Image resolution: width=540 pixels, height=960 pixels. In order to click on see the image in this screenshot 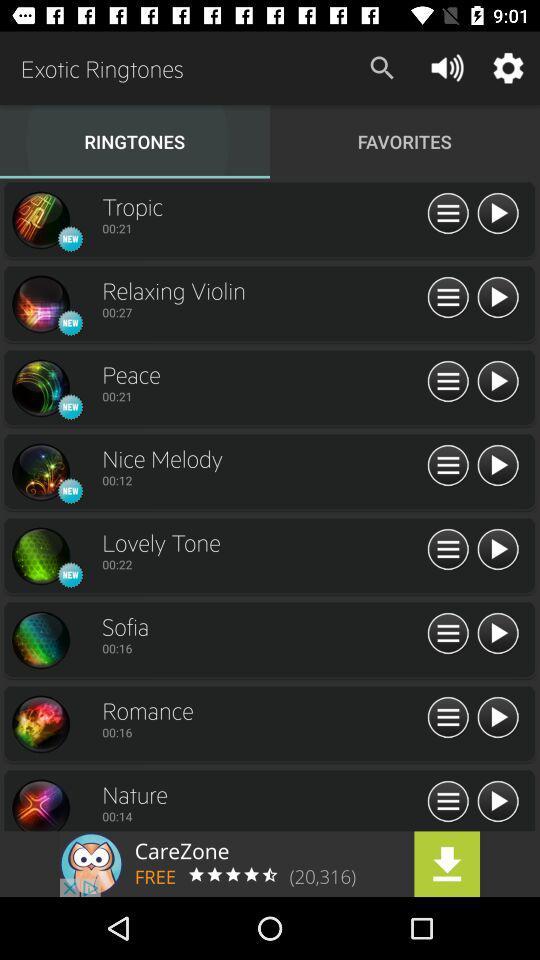, I will do `click(40, 723)`.